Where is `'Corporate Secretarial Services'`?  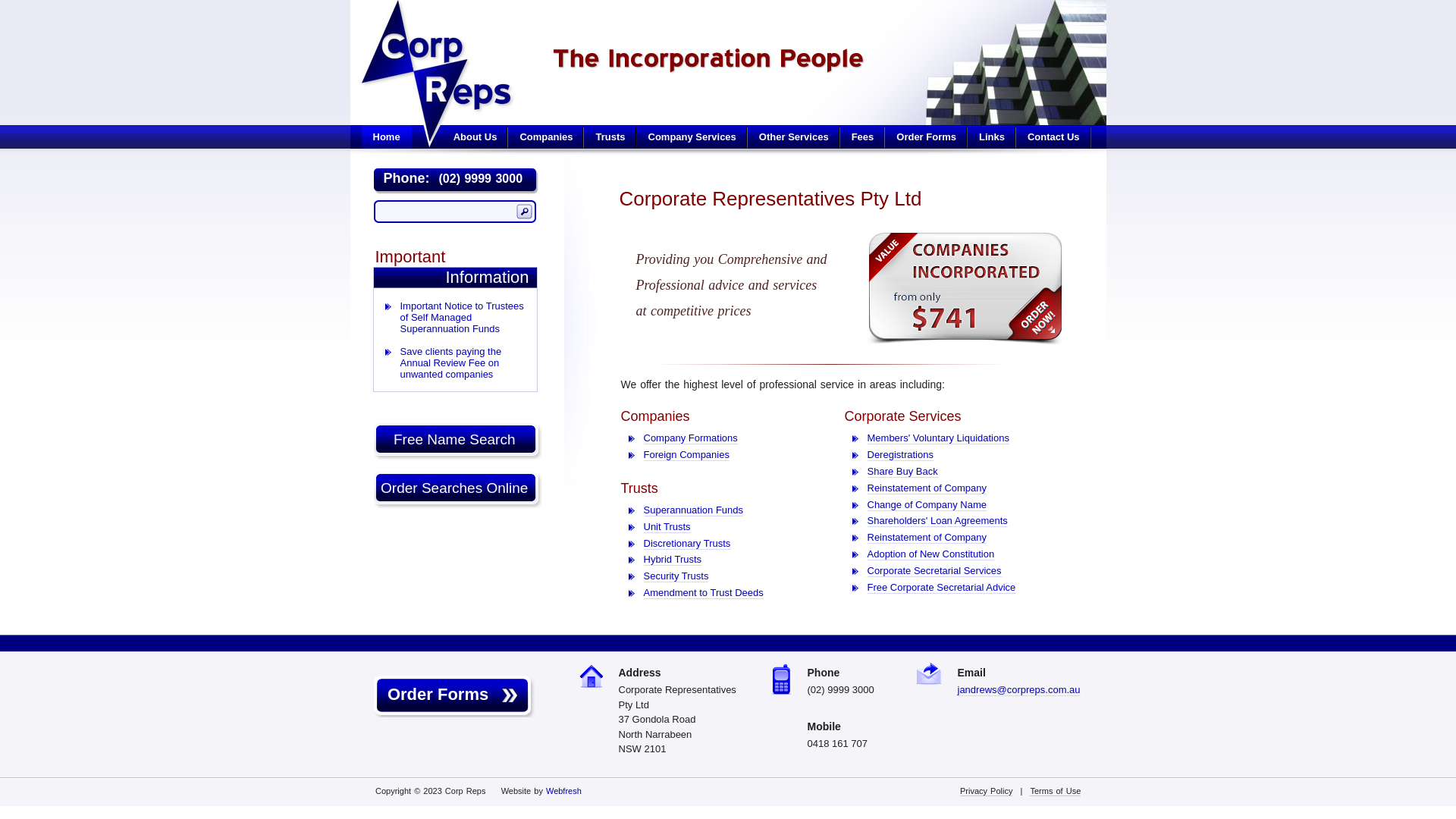
'Corporate Secretarial Services' is located at coordinates (934, 570).